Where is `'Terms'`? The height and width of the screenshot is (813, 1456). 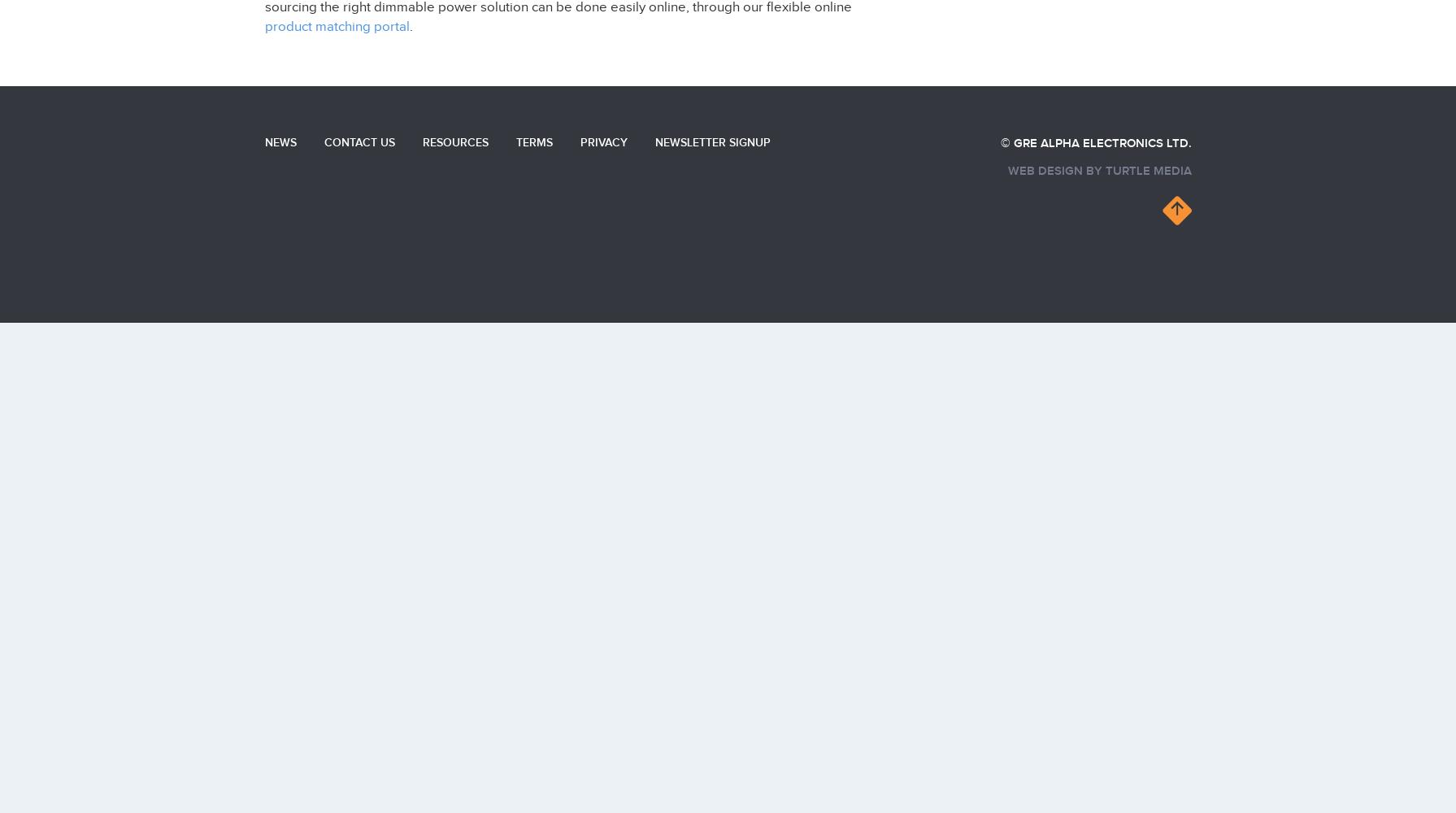 'Terms' is located at coordinates (533, 141).